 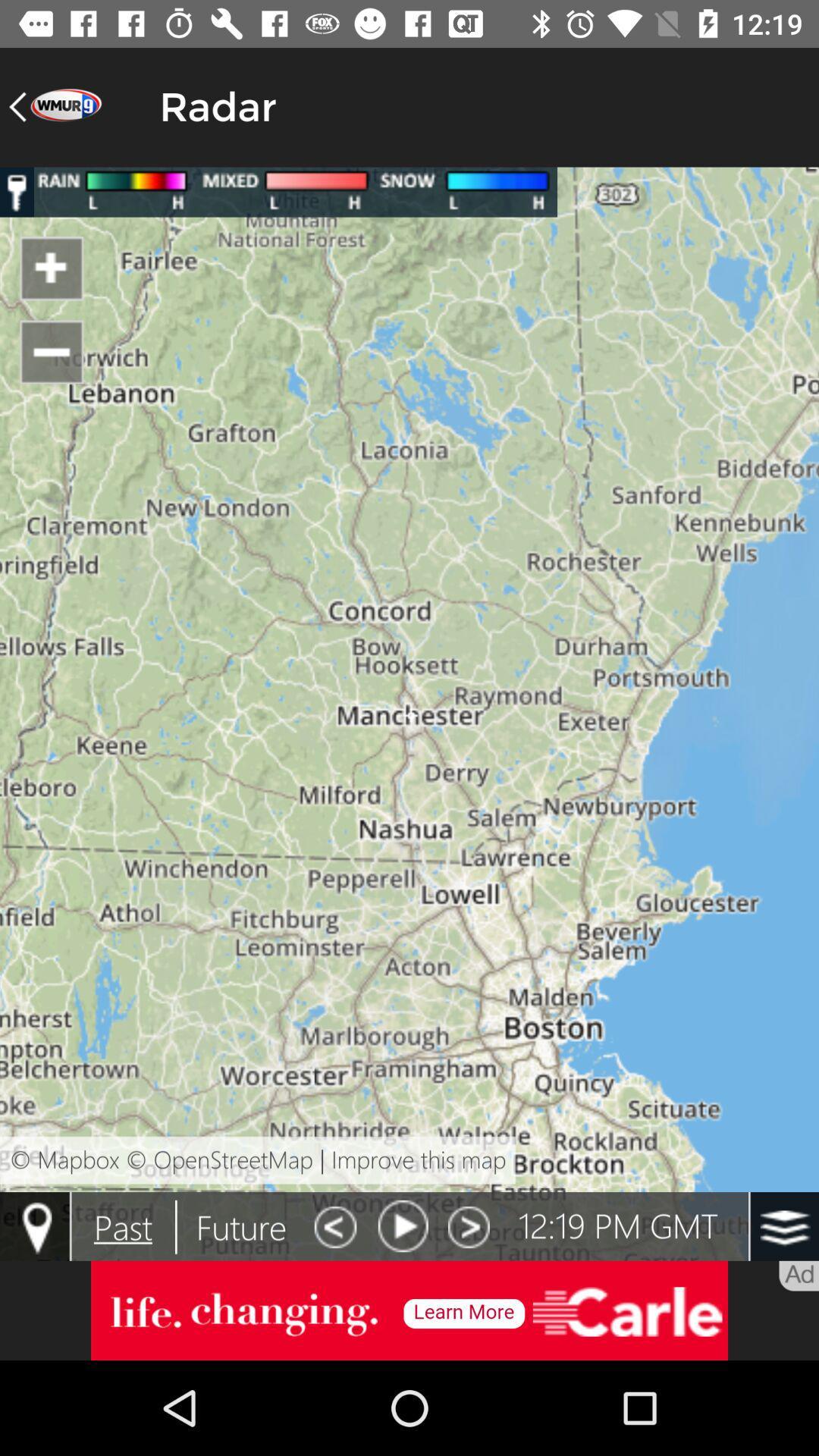 I want to click on the button is used to advertisement option, so click(x=409, y=1310).